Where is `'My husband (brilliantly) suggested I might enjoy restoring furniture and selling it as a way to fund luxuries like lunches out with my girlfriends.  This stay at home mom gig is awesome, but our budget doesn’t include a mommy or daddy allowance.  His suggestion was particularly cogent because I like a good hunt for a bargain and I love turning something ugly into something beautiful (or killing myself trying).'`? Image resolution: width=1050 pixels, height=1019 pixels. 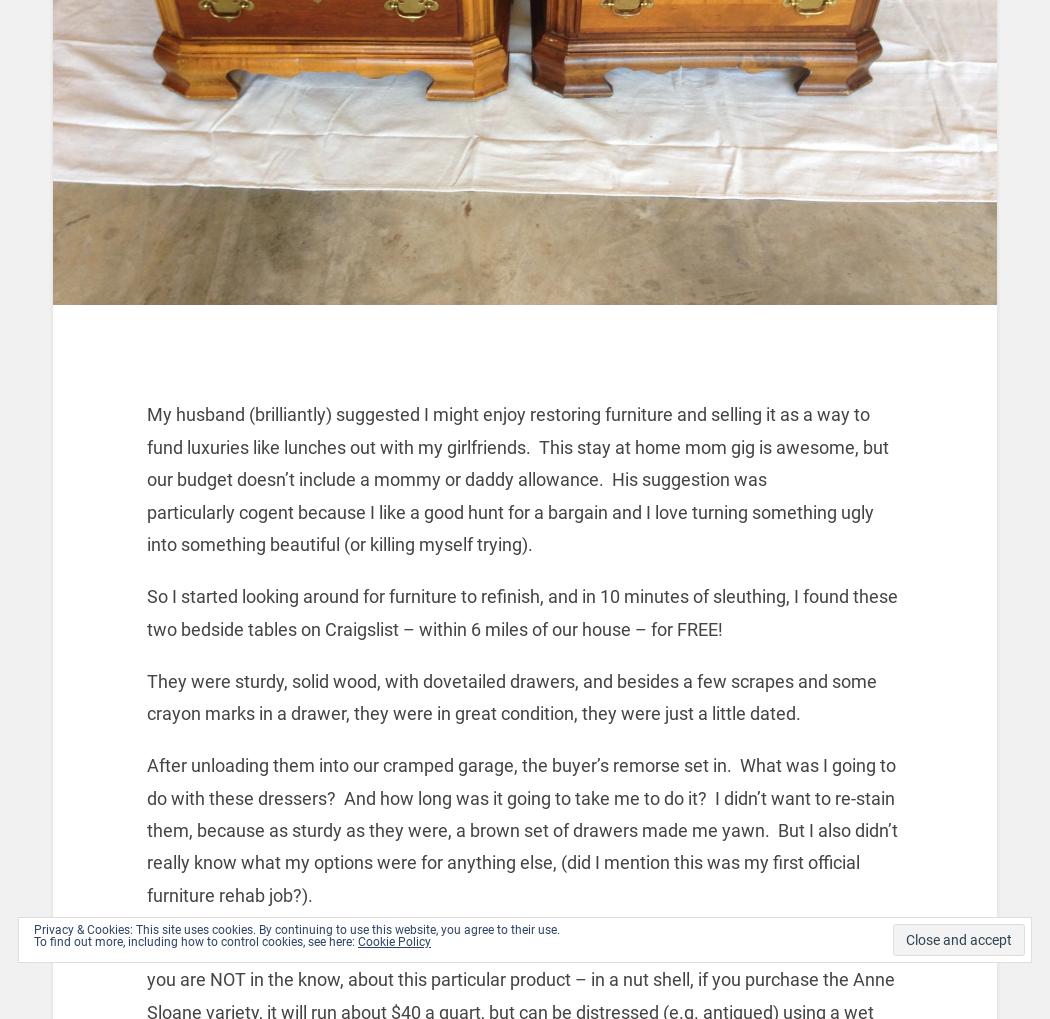 'My husband (brilliantly) suggested I might enjoy restoring furniture and selling it as a way to fund luxuries like lunches out with my girlfriends.  This stay at home mom gig is awesome, but our budget doesn’t include a mommy or daddy allowance.  His suggestion was particularly cogent because I like a good hunt for a bargain and I love turning something ugly into something beautiful (or killing myself trying).' is located at coordinates (146, 478).